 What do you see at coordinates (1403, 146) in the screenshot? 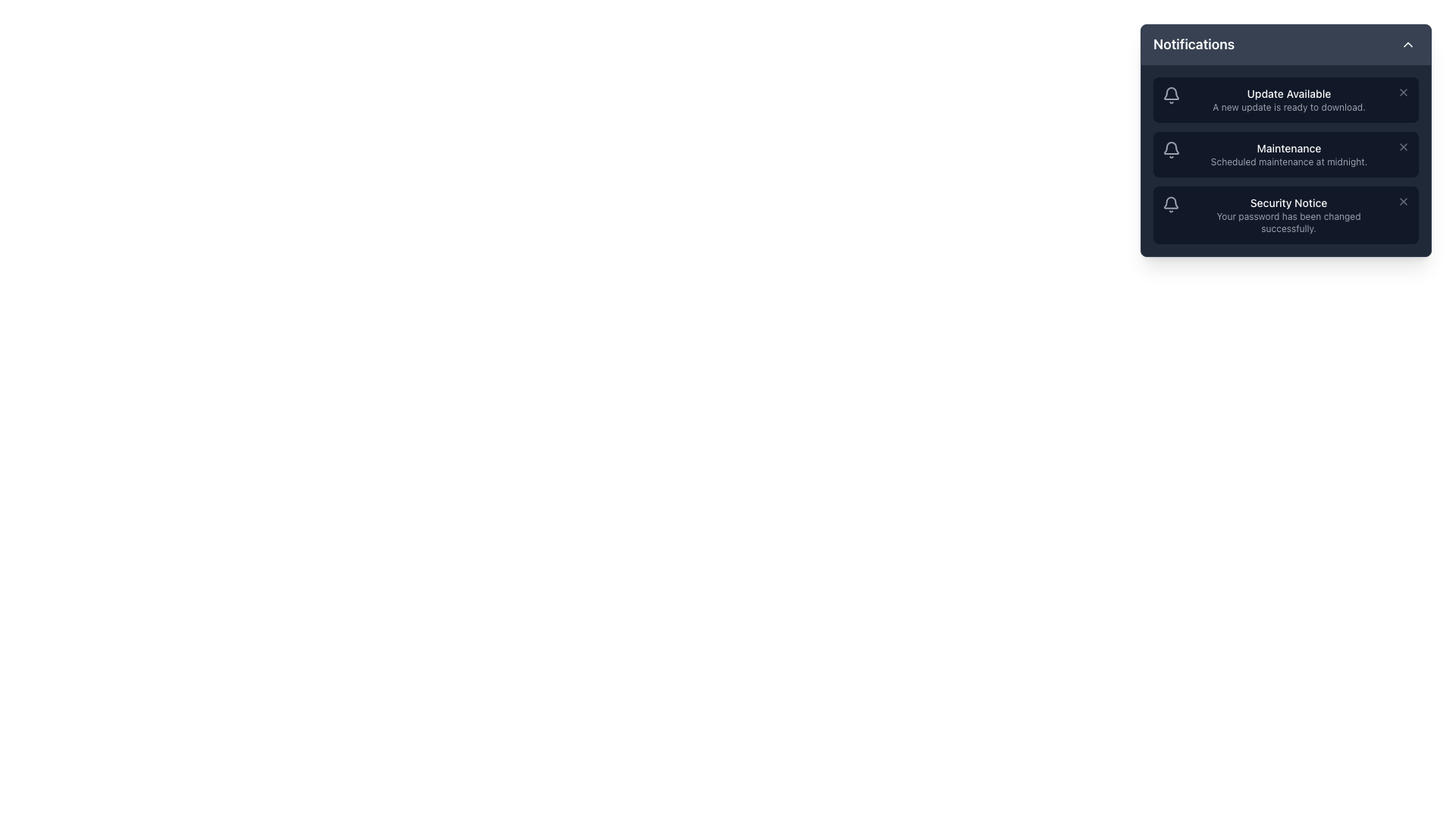
I see `the close button, styled as a cross or 'X', located on the far right side of the 'Maintenance' notification item` at bounding box center [1403, 146].